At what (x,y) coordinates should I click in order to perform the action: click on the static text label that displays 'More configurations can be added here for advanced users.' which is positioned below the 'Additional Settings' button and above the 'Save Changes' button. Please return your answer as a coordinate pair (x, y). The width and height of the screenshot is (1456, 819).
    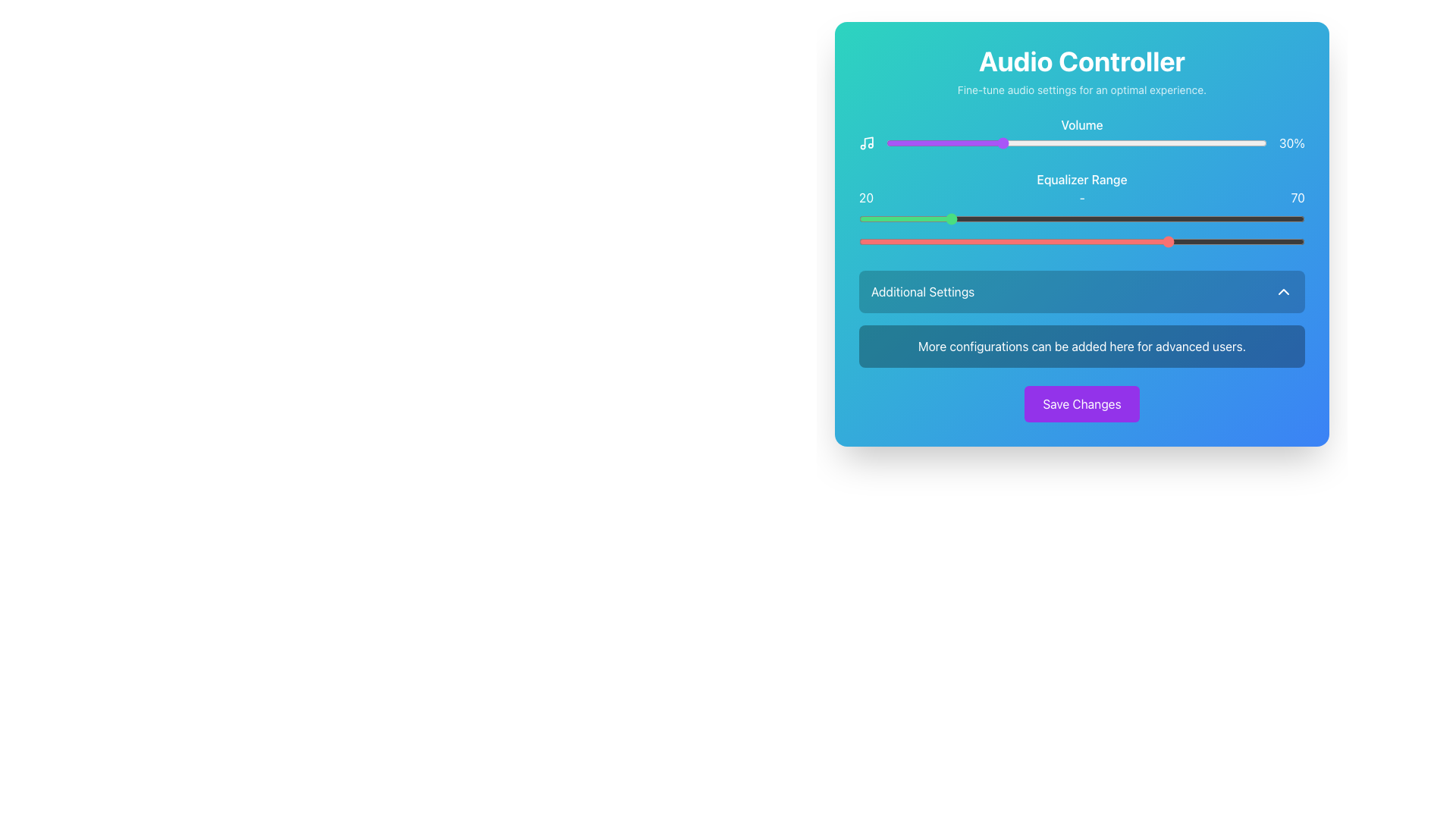
    Looking at the image, I should click on (1081, 346).